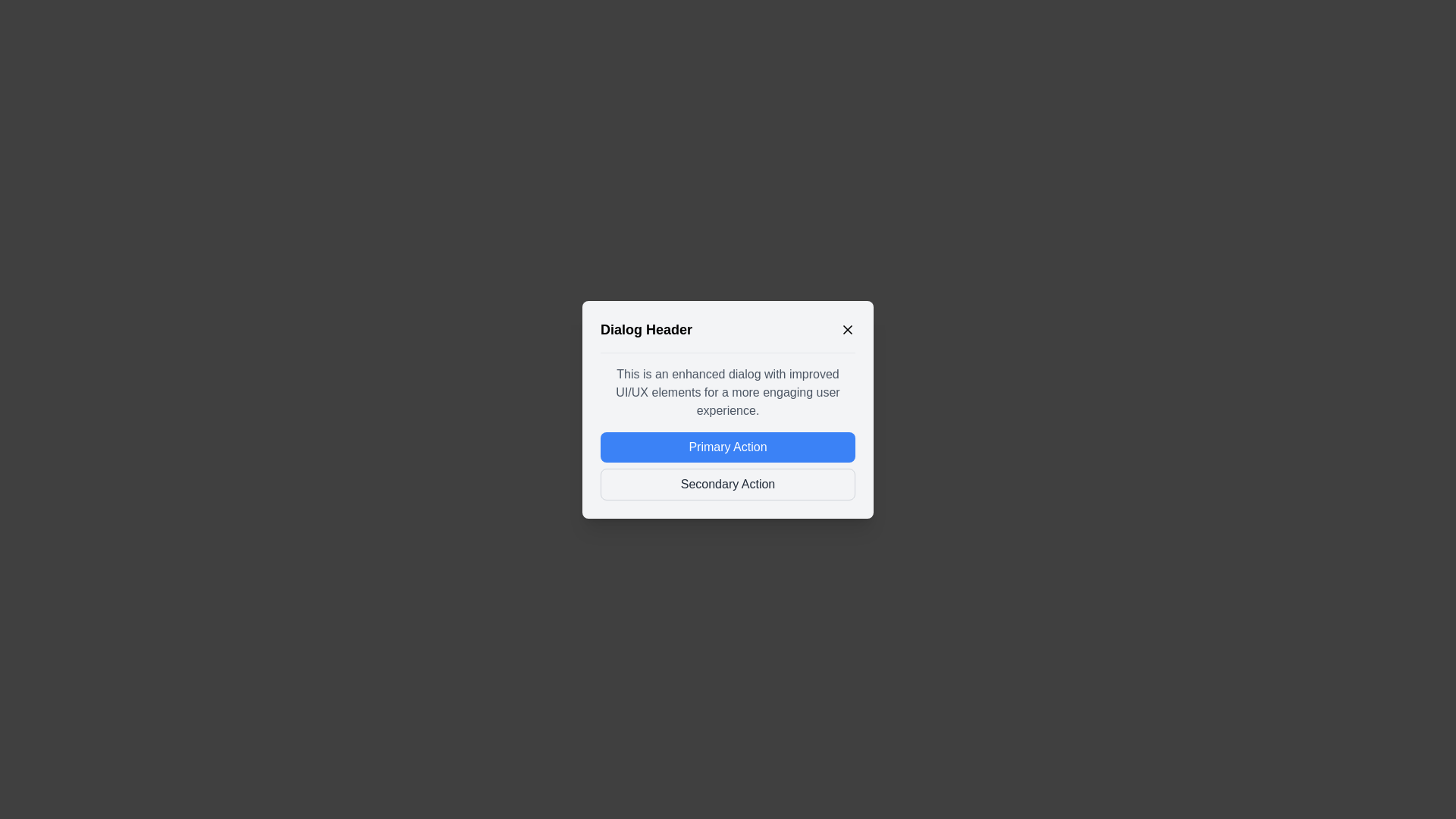  I want to click on the 'Primary Action' button to perform the primary action, so click(728, 446).